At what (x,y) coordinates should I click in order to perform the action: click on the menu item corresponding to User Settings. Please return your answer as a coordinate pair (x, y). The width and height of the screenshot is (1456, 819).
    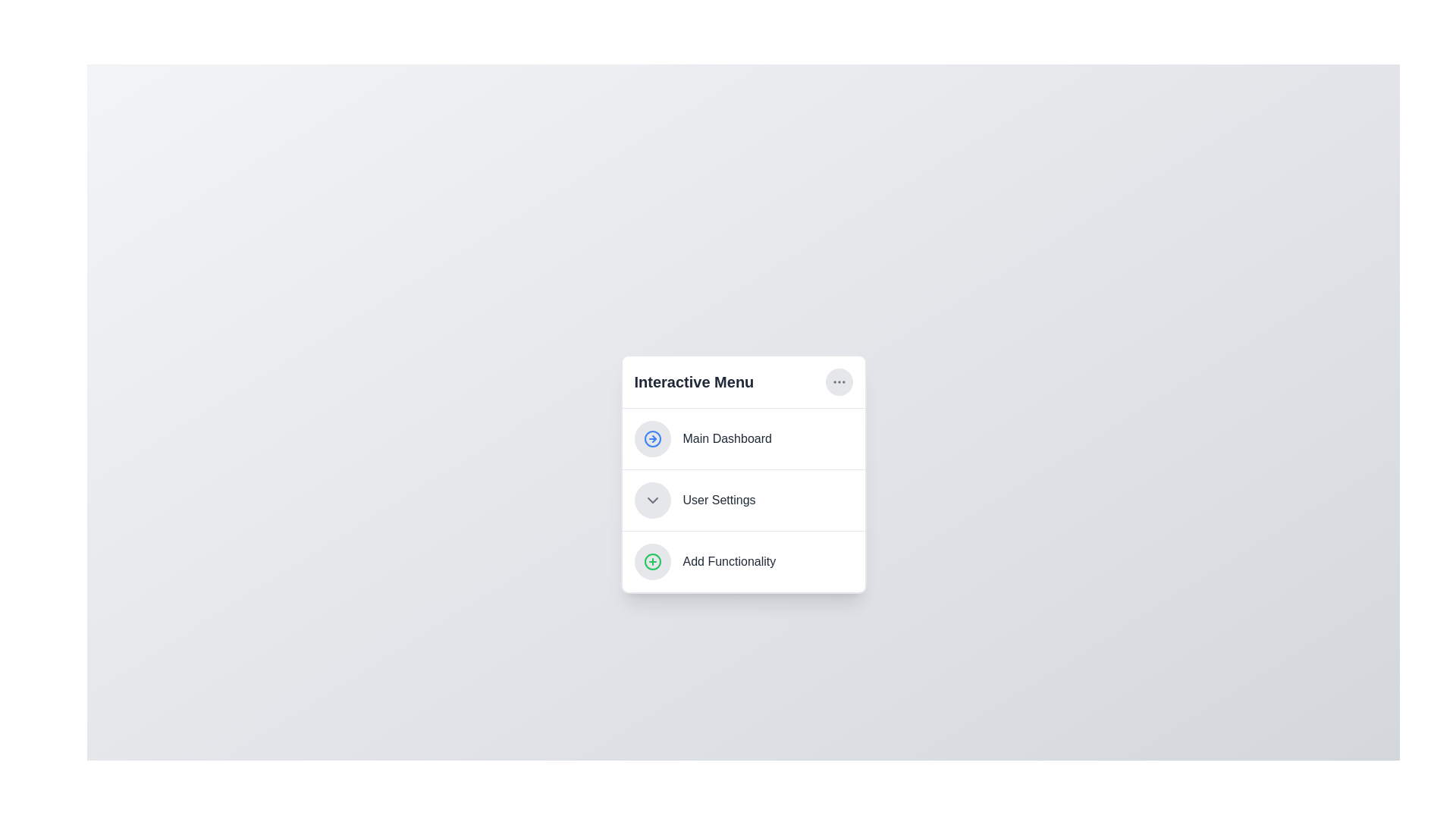
    Looking at the image, I should click on (743, 500).